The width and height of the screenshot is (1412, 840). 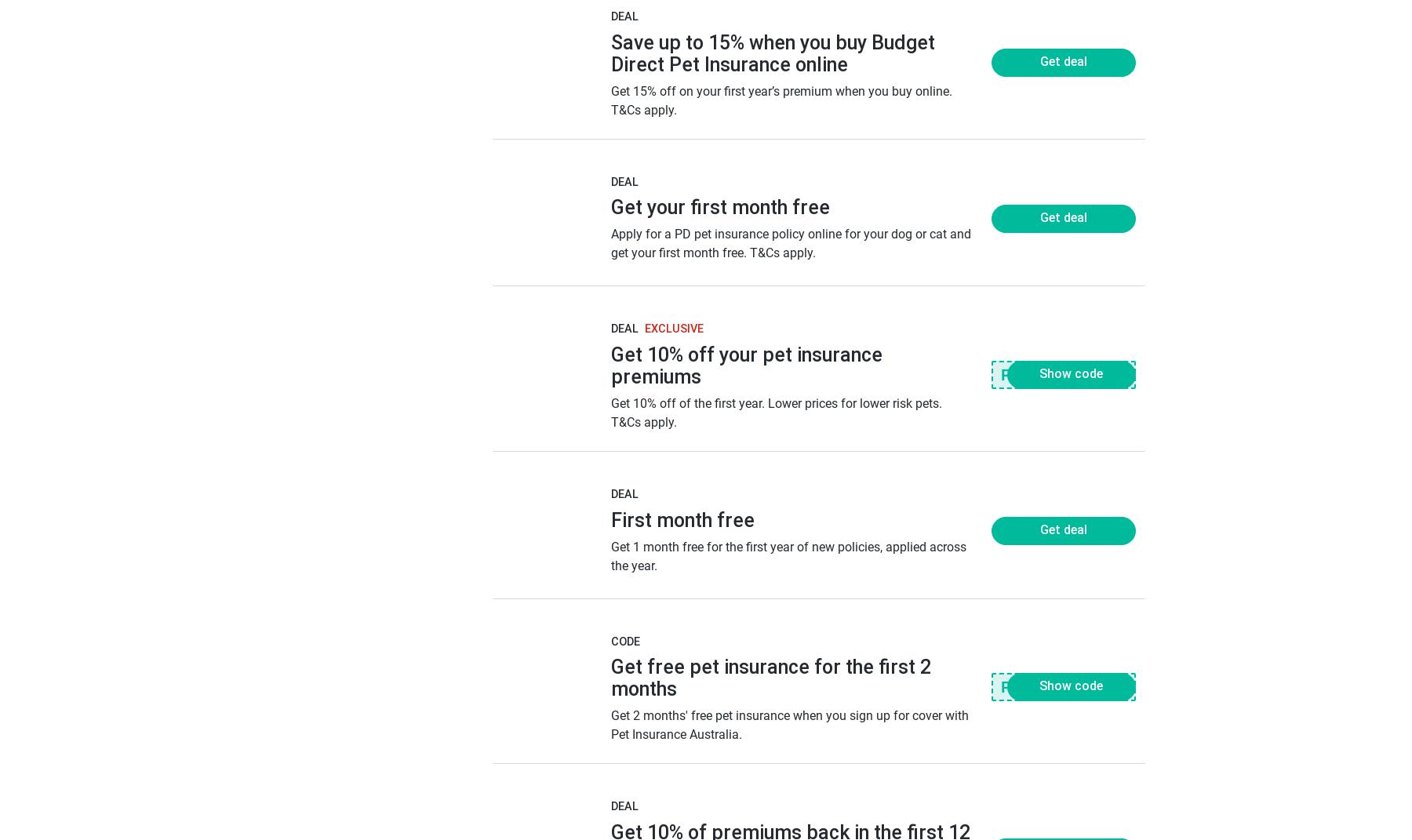 What do you see at coordinates (682, 518) in the screenshot?
I see `'First month free'` at bounding box center [682, 518].